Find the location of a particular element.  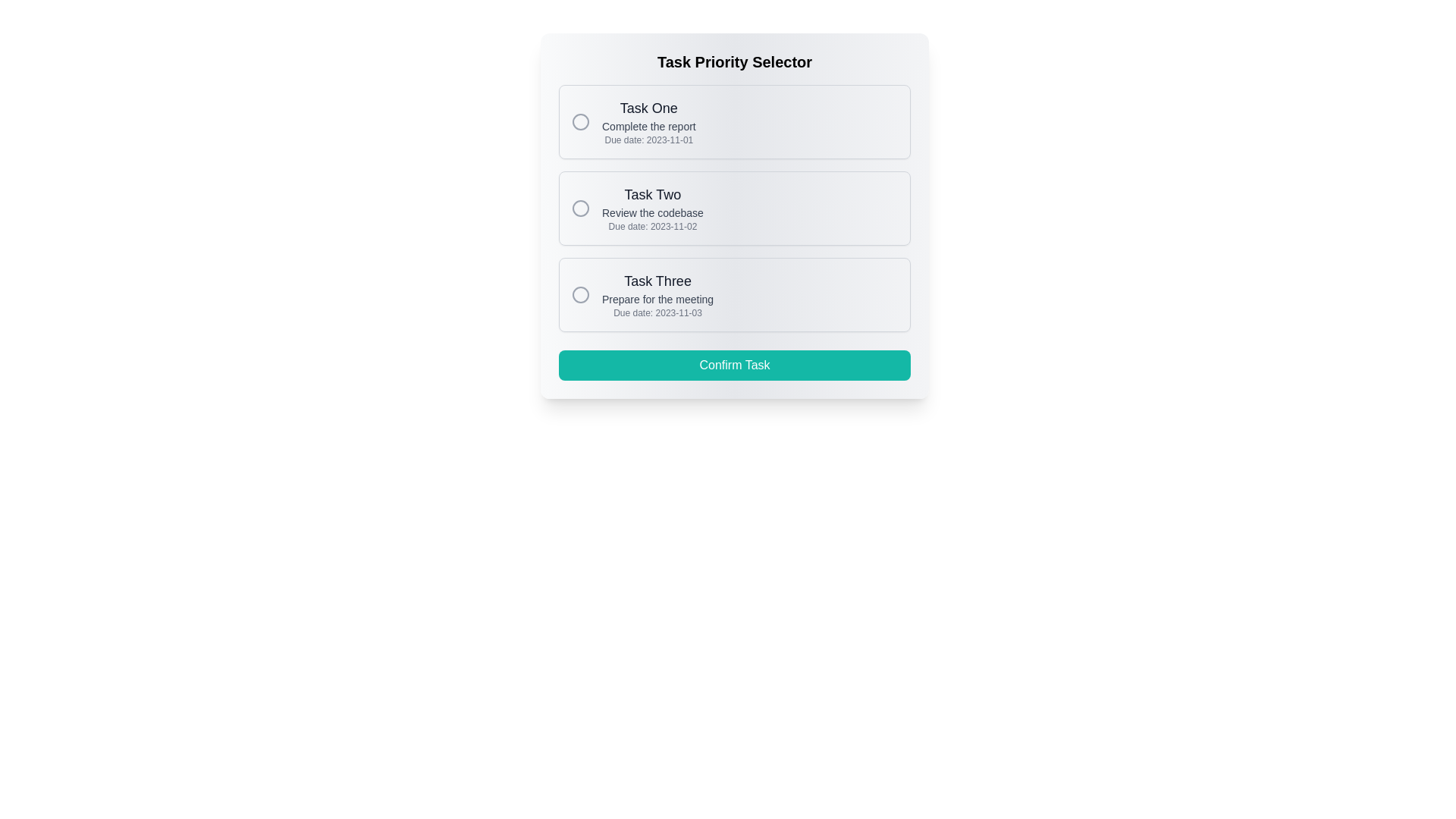

the text label that provides context about the task labeled 'Task Three', located near the center-right of the interface is located at coordinates (657, 299).